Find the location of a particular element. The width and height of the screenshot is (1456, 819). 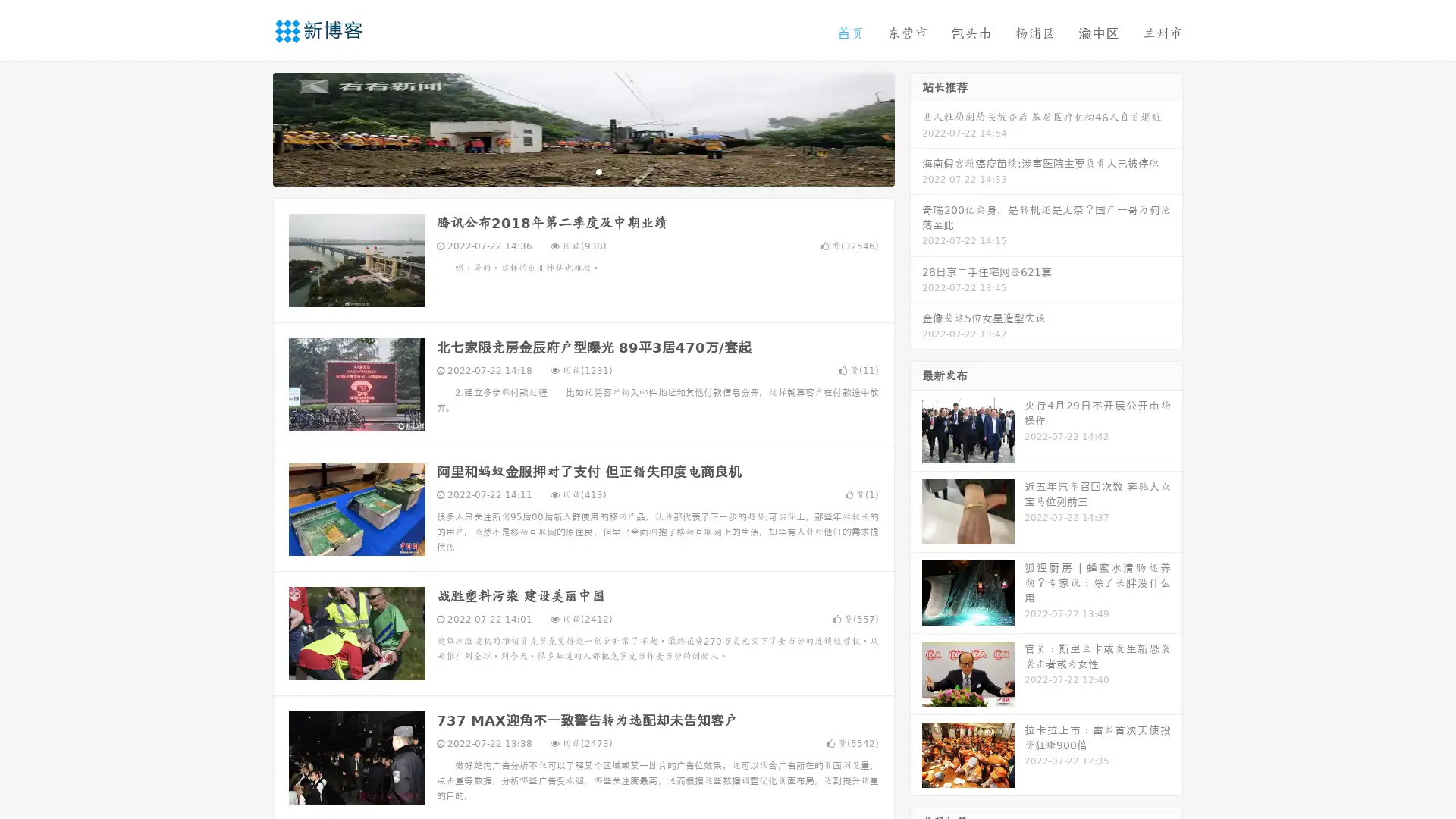

Go to slide 3 is located at coordinates (598, 171).